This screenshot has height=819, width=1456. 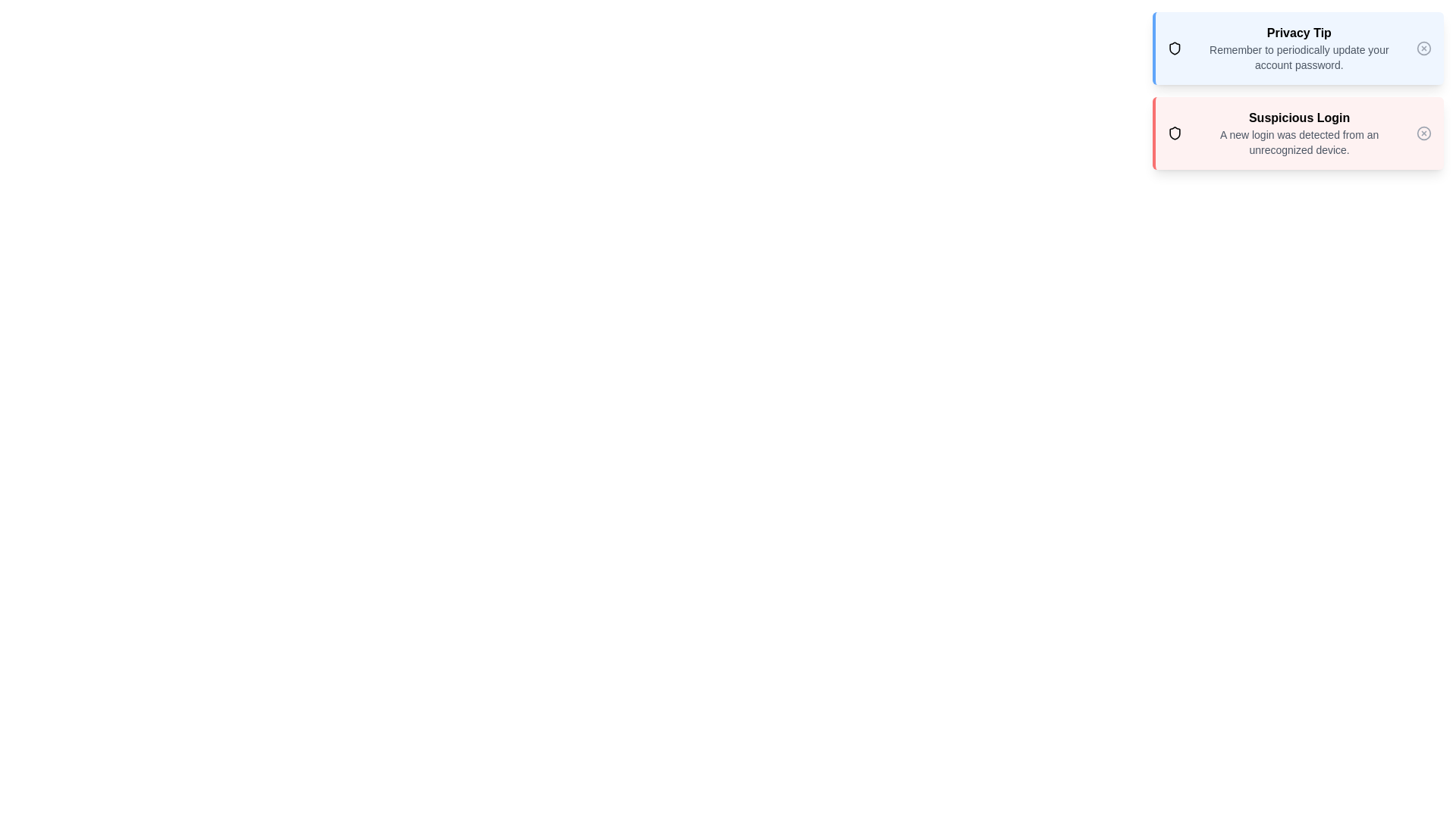 What do you see at coordinates (1423, 133) in the screenshot?
I see `close icon of the notification with title Suspicious Login` at bounding box center [1423, 133].